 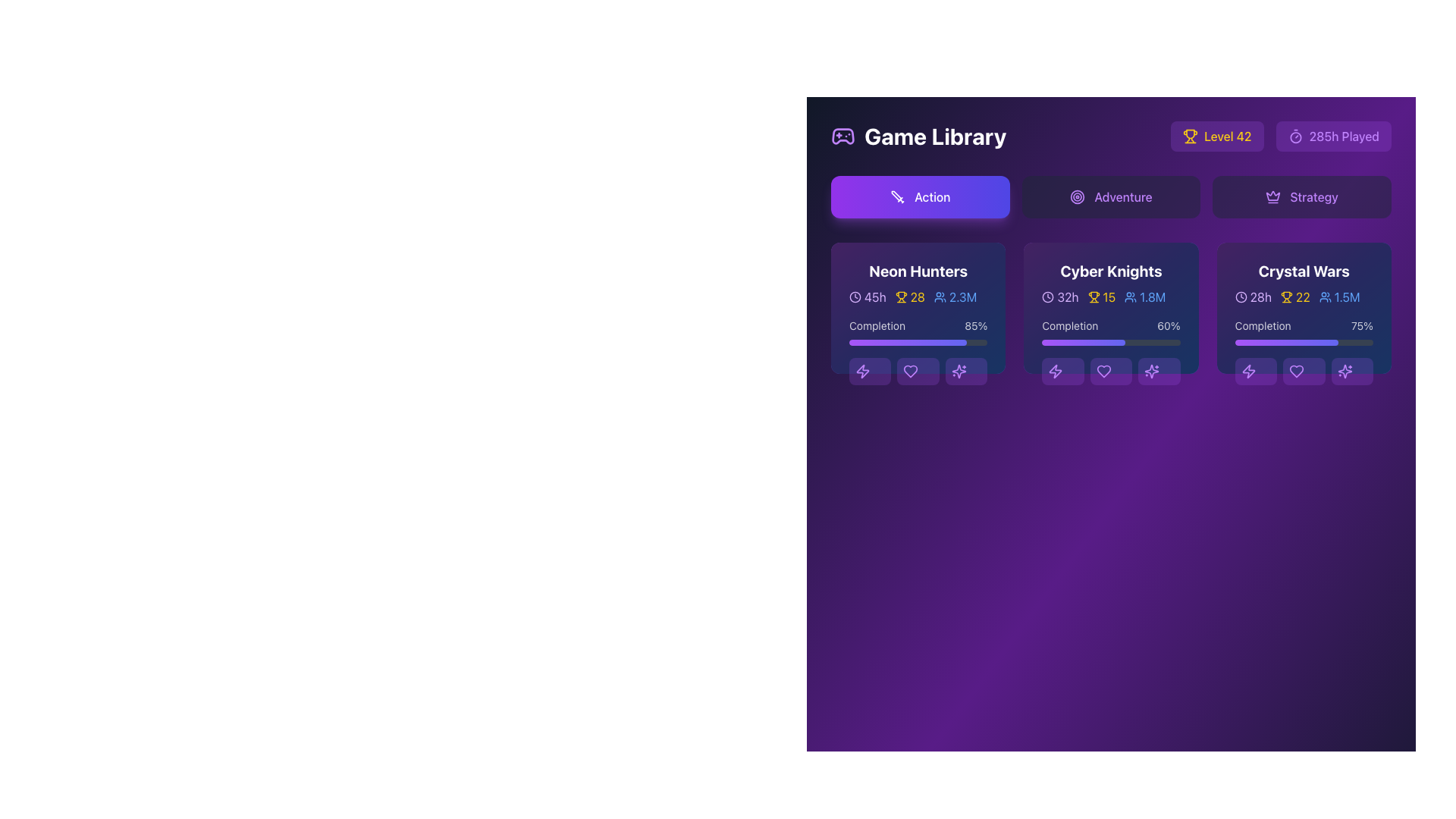 What do you see at coordinates (862, 371) in the screenshot?
I see `the lightning bolt icon embedded in the leftmost button under the 'Neon Hunters' game in the 'Game Library' interface` at bounding box center [862, 371].